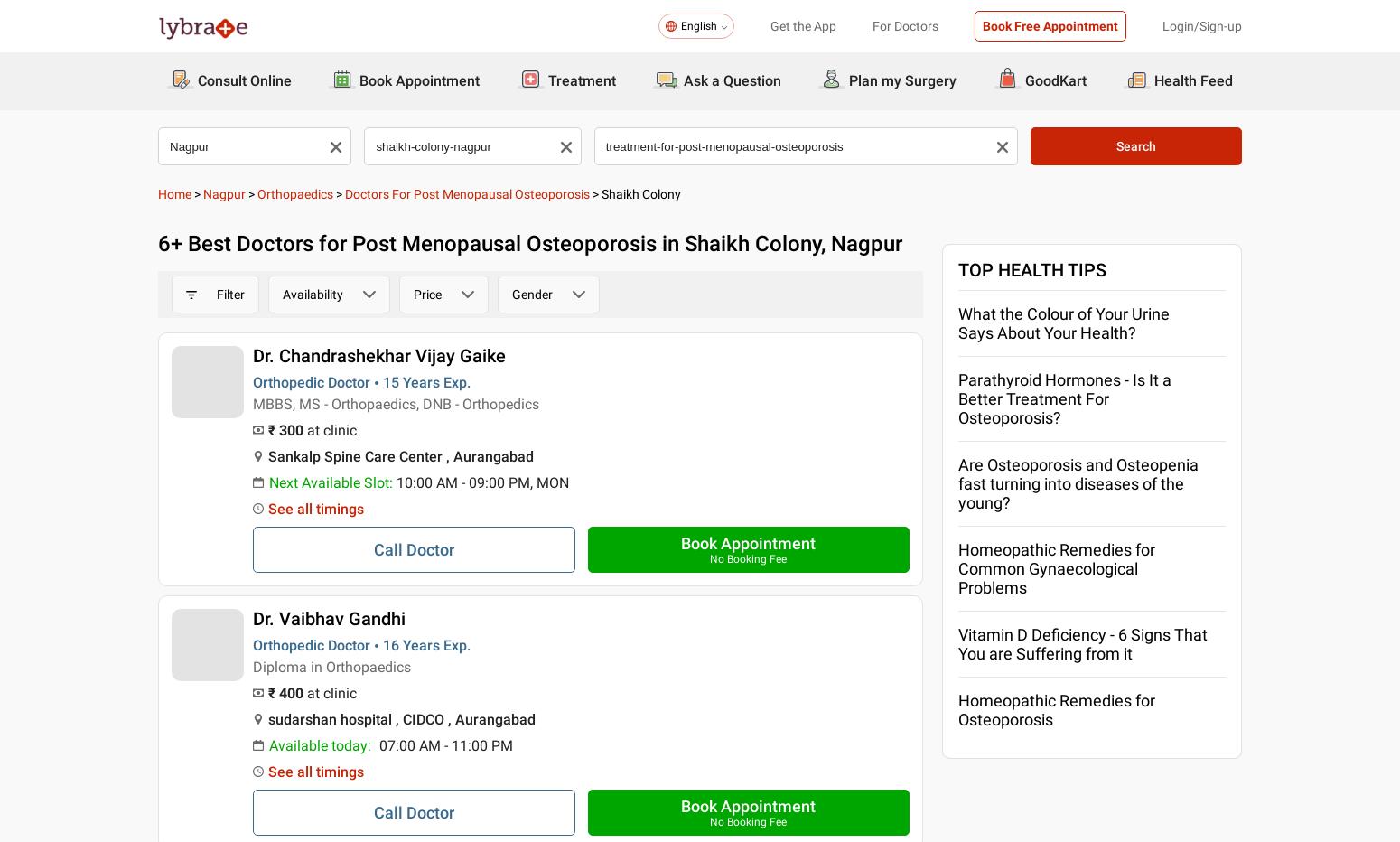  I want to click on 'Diploma in Orthopaedics', so click(252, 666).